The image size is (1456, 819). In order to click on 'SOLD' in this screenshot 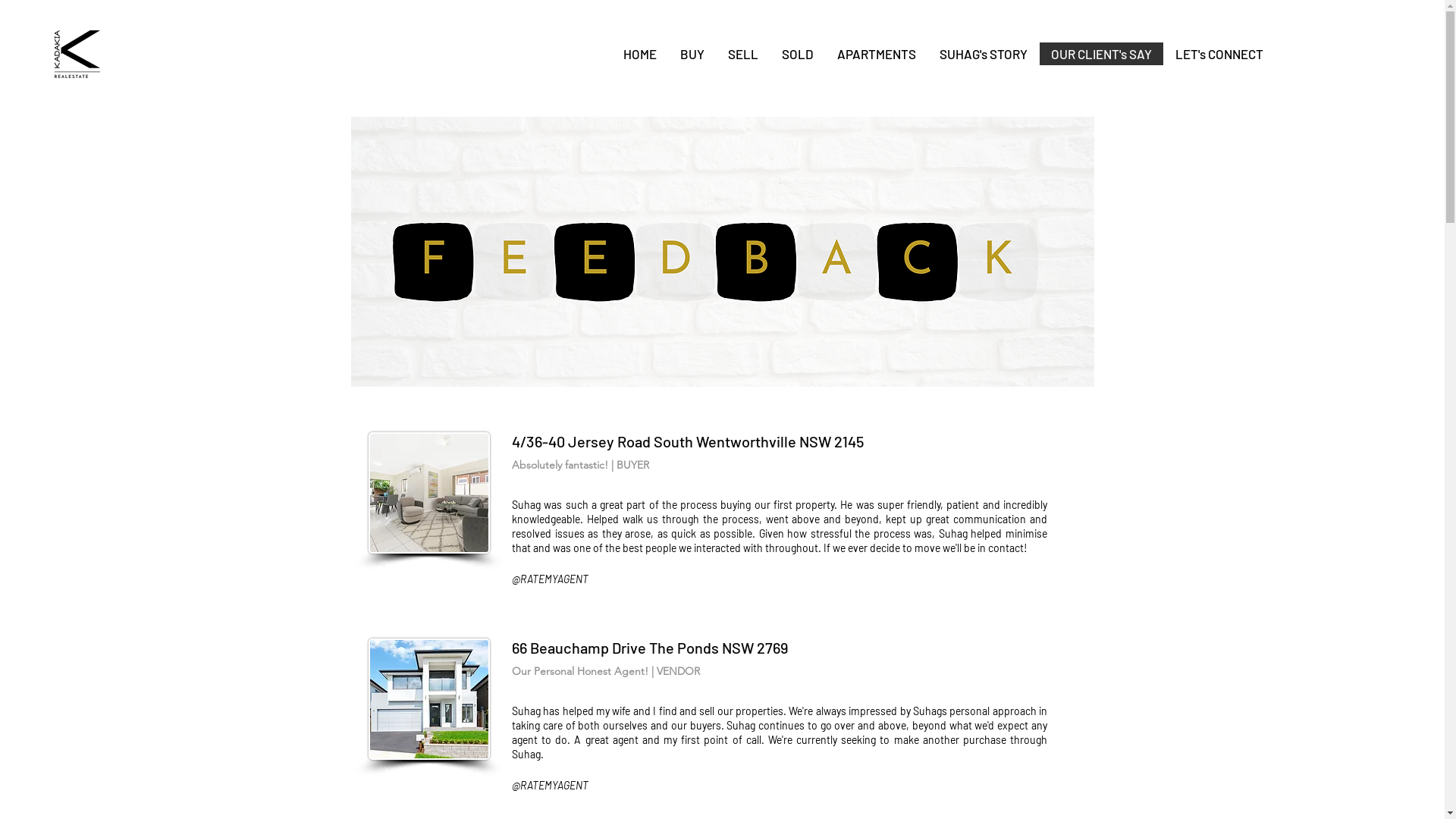, I will do `click(795, 52)`.